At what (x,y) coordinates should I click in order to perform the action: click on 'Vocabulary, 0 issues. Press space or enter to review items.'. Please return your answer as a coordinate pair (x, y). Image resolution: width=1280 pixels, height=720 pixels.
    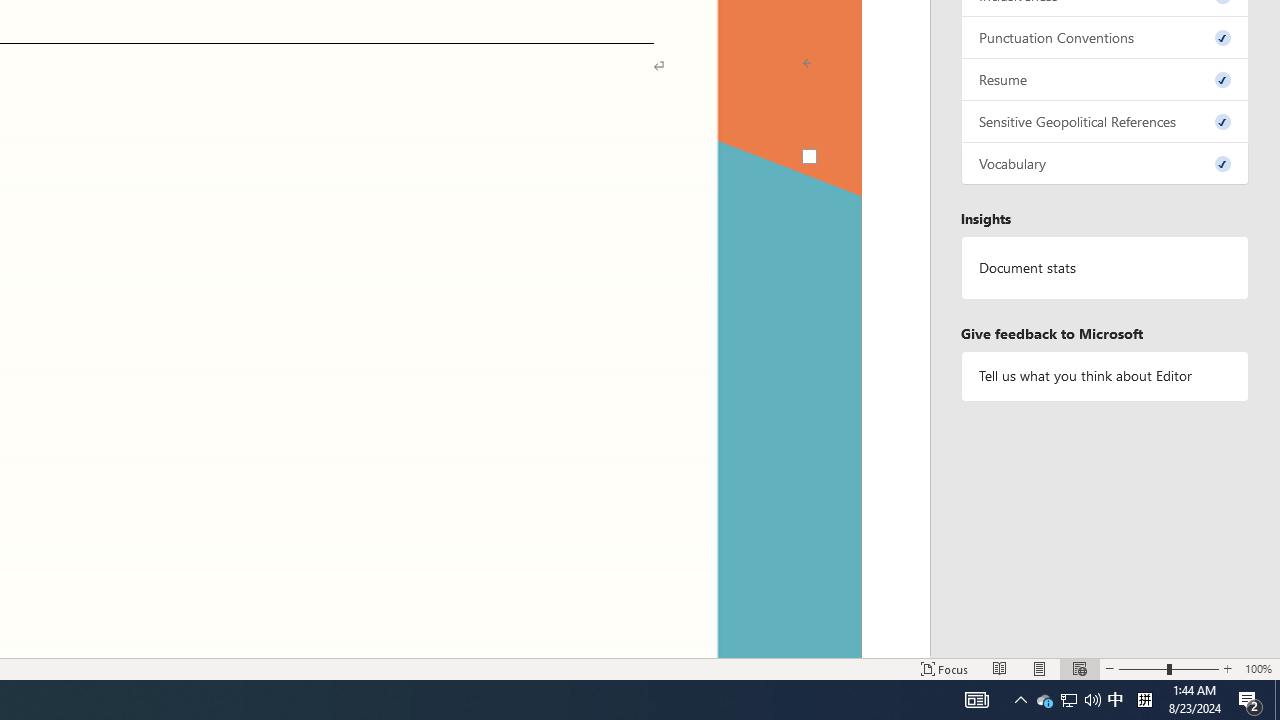
    Looking at the image, I should click on (1104, 162).